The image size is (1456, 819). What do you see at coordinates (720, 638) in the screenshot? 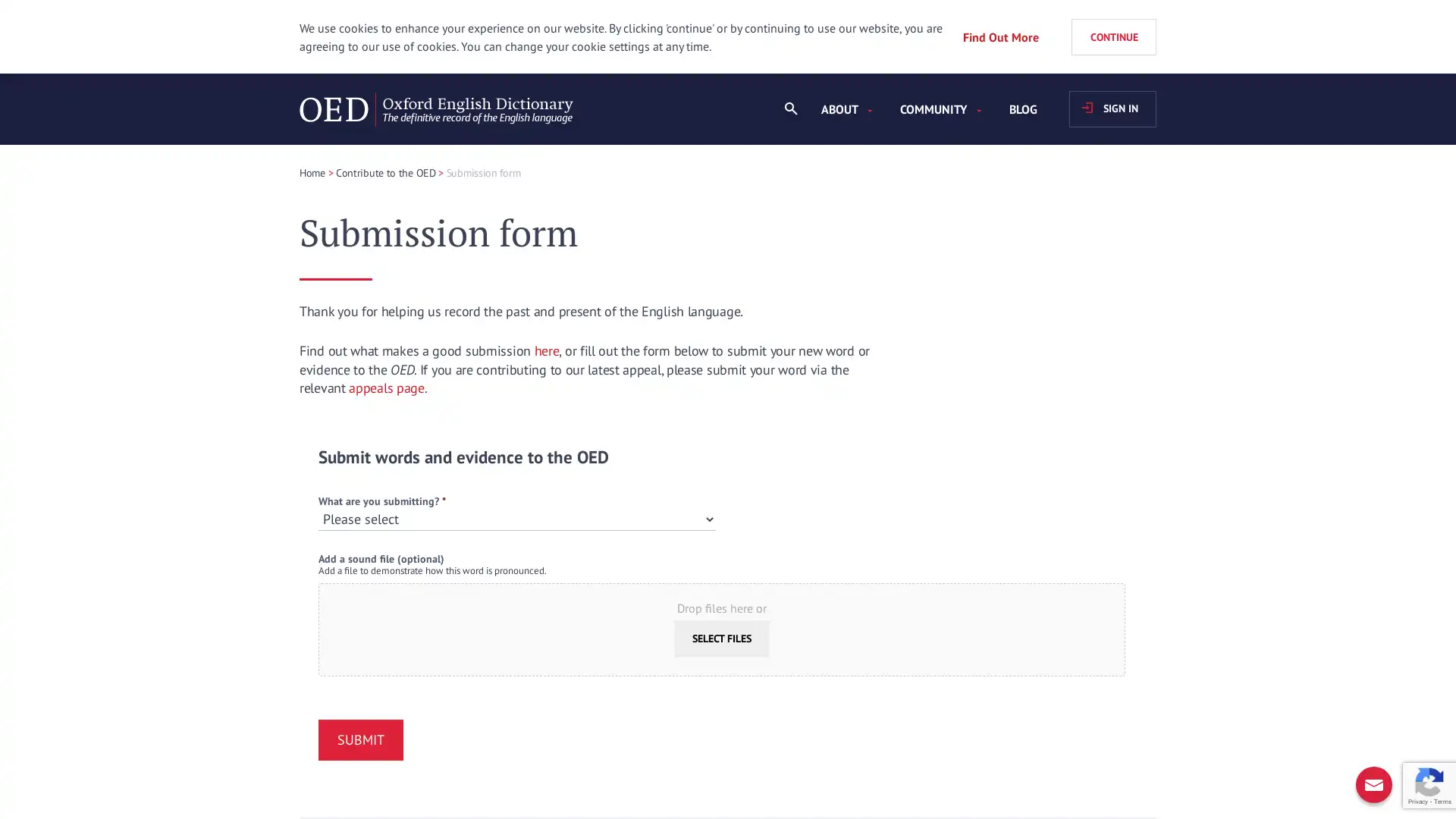
I see `Select files` at bounding box center [720, 638].